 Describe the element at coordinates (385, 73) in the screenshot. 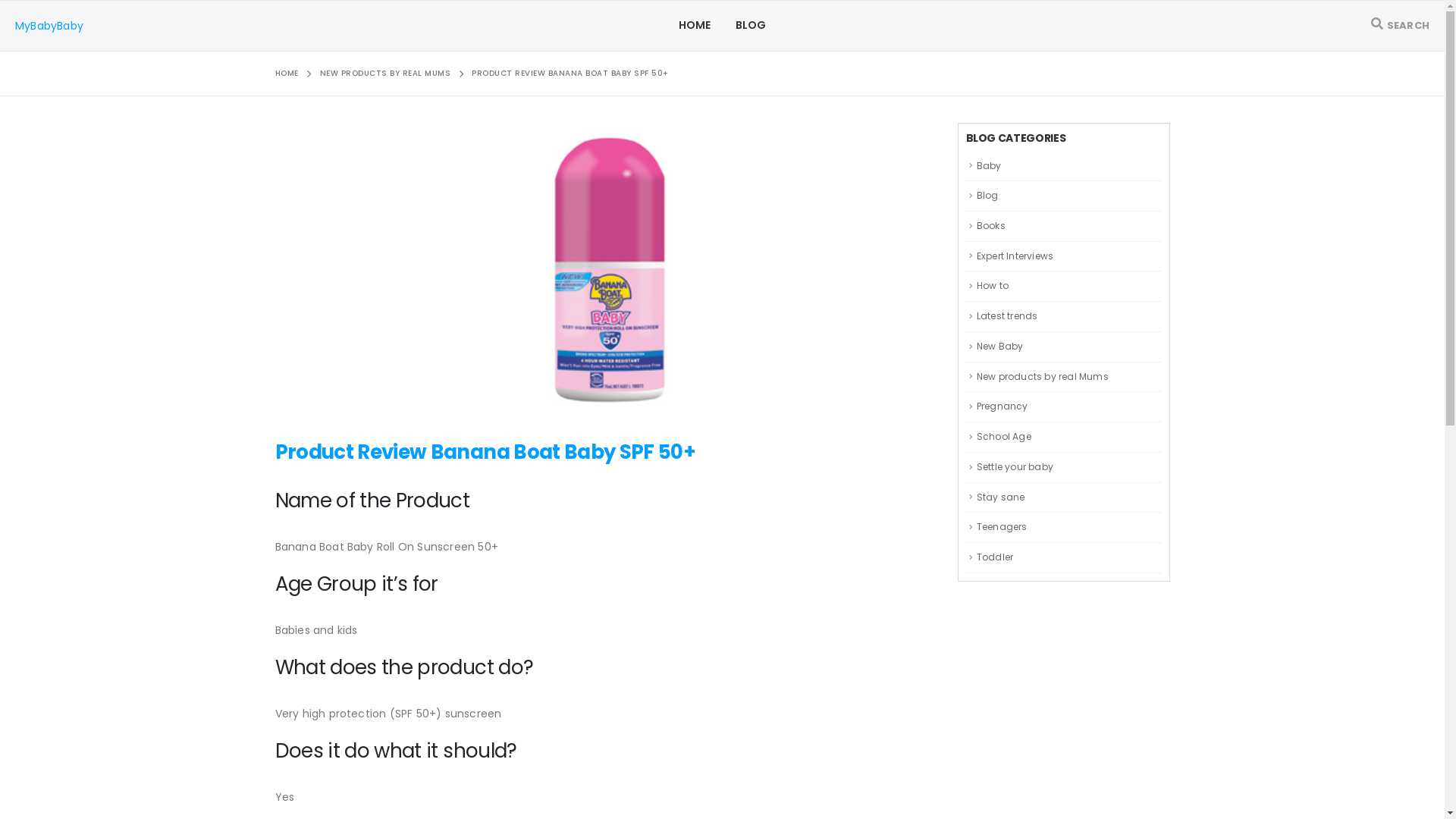

I see `'NEW PRODUCTS BY REAL MUMS'` at that location.